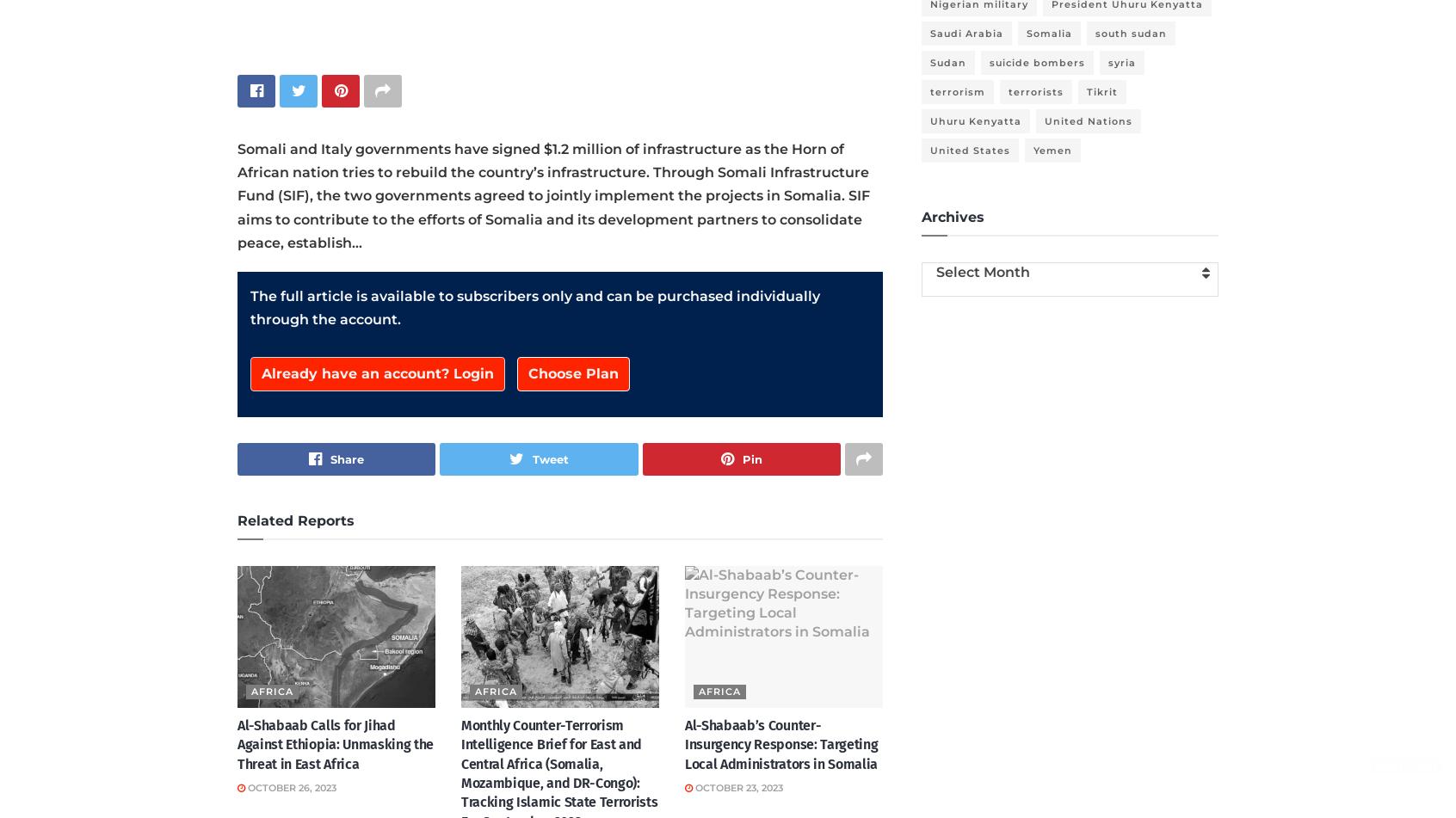  I want to click on 'October 23, 2023', so click(736, 785).